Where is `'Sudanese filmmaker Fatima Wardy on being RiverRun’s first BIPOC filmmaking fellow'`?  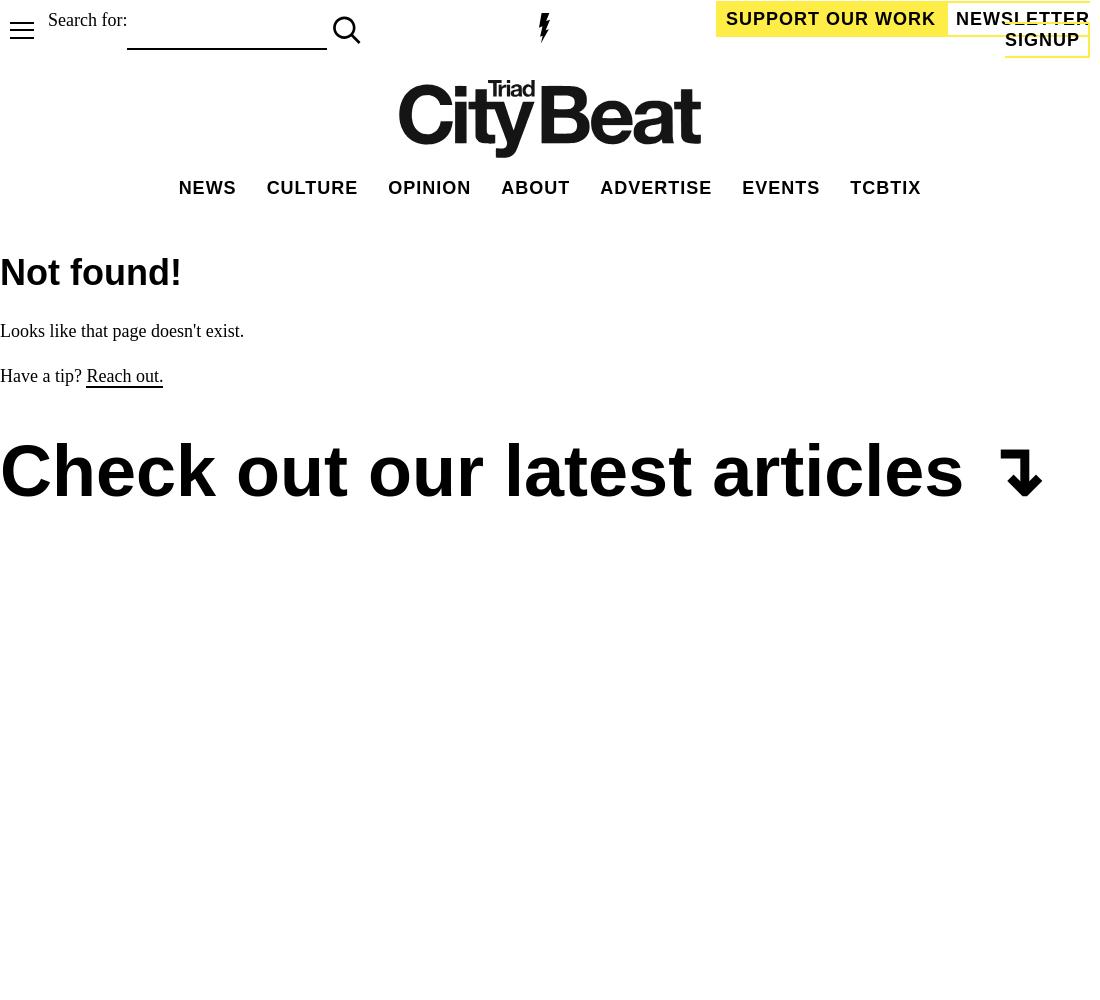 'Sudanese filmmaker Fatima Wardy on being RiverRun’s first BIPOC filmmaking fellow' is located at coordinates (19, 868).